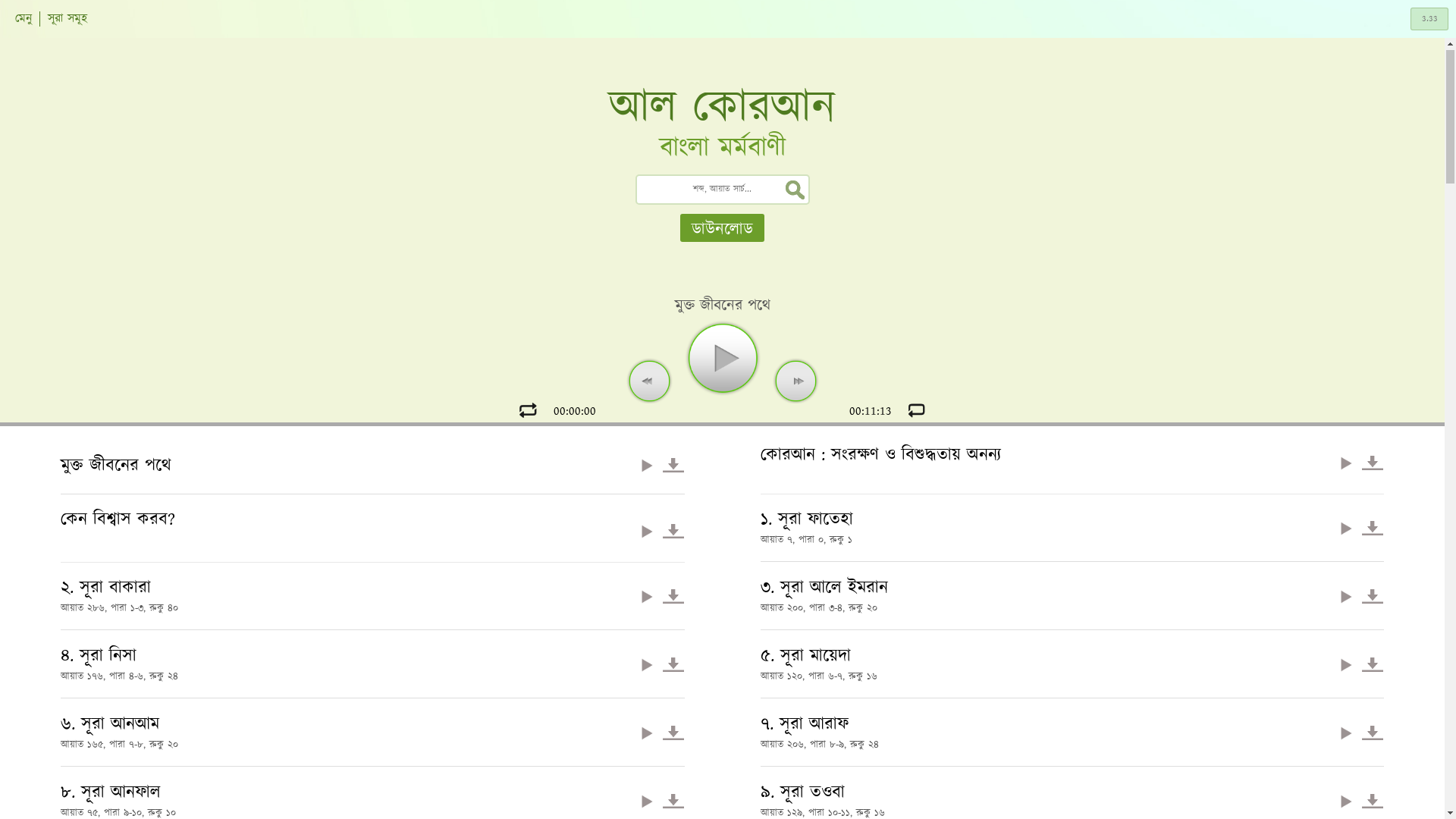 The height and width of the screenshot is (819, 1456). Describe the element at coordinates (647, 530) in the screenshot. I see `'Play'` at that location.